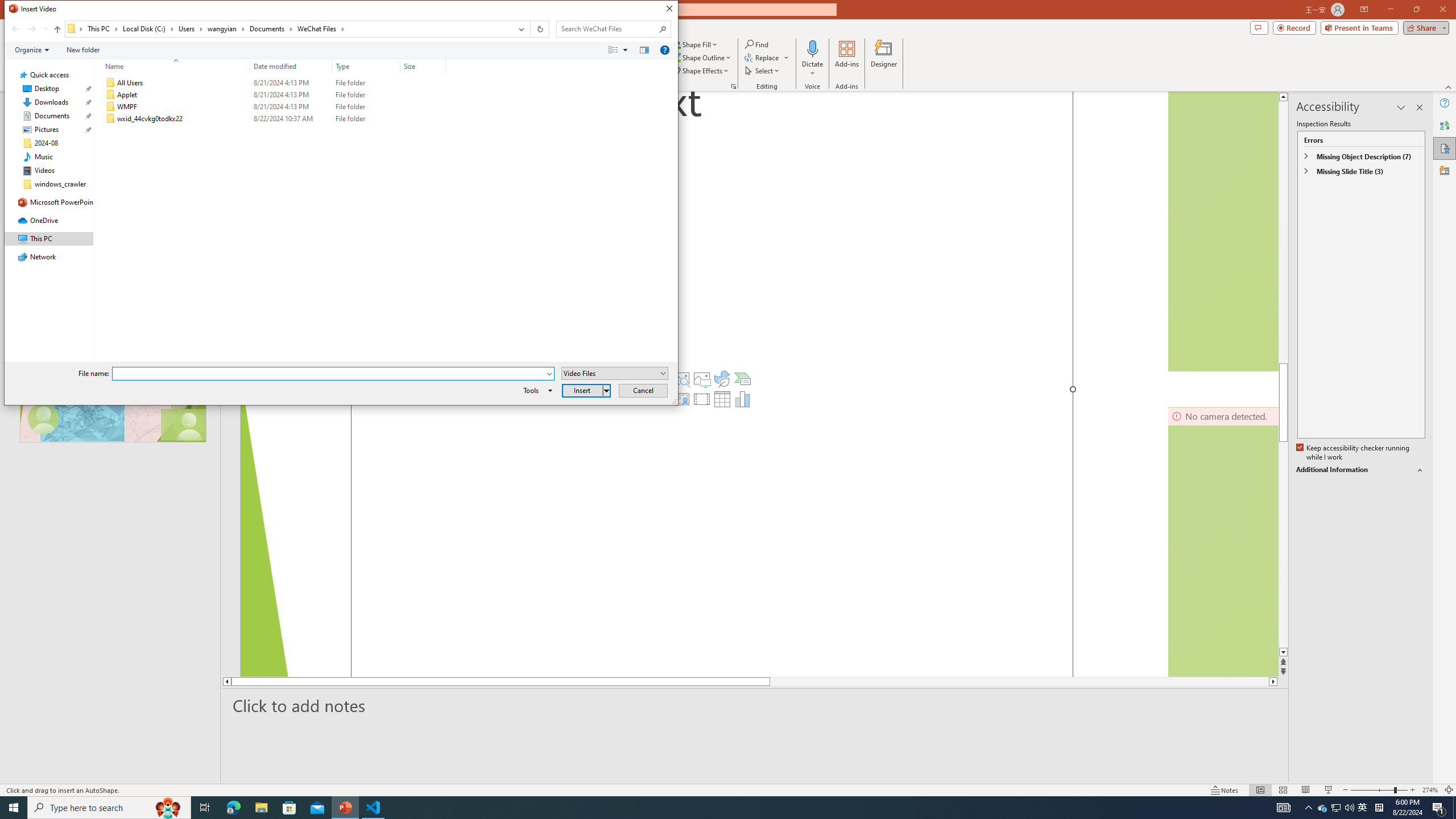 Image resolution: width=1456 pixels, height=819 pixels. What do you see at coordinates (1363, 806) in the screenshot?
I see `'IME Mode Icon - IME is disabled'` at bounding box center [1363, 806].